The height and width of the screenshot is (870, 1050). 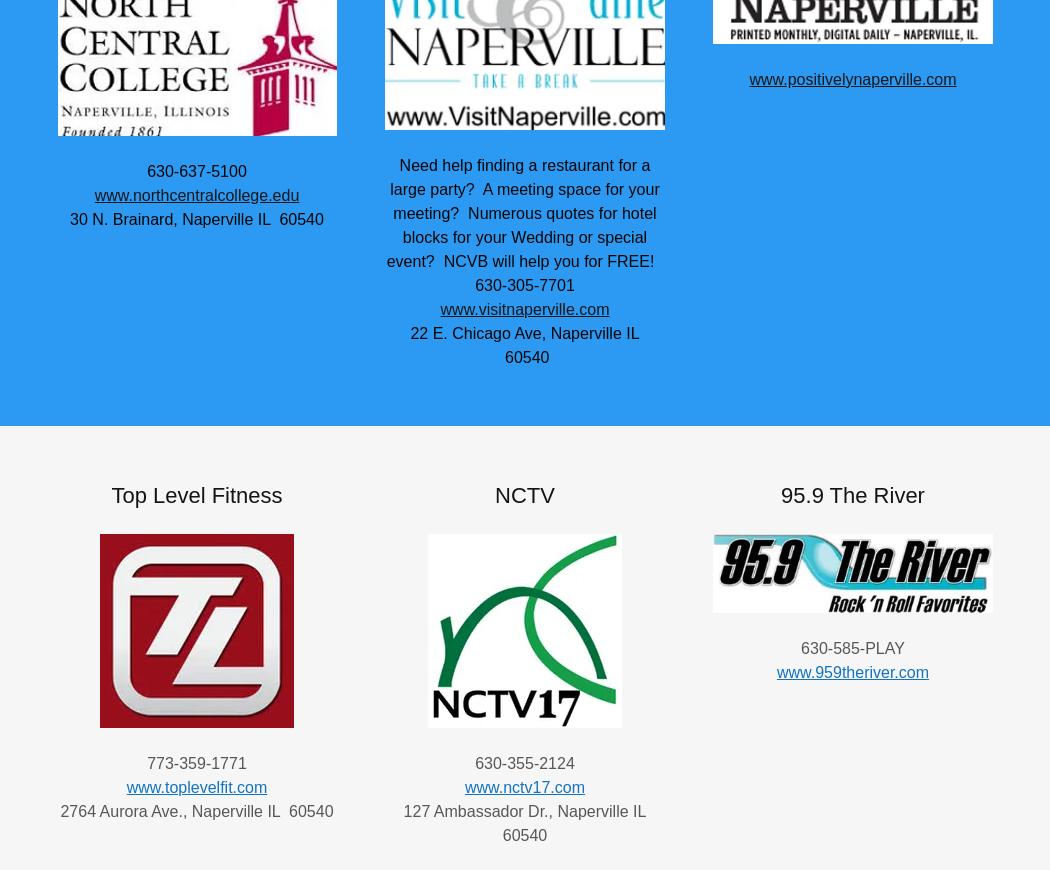 What do you see at coordinates (523, 822) in the screenshot?
I see `'127 Ambassador Dr., Naperville IL 60540'` at bounding box center [523, 822].